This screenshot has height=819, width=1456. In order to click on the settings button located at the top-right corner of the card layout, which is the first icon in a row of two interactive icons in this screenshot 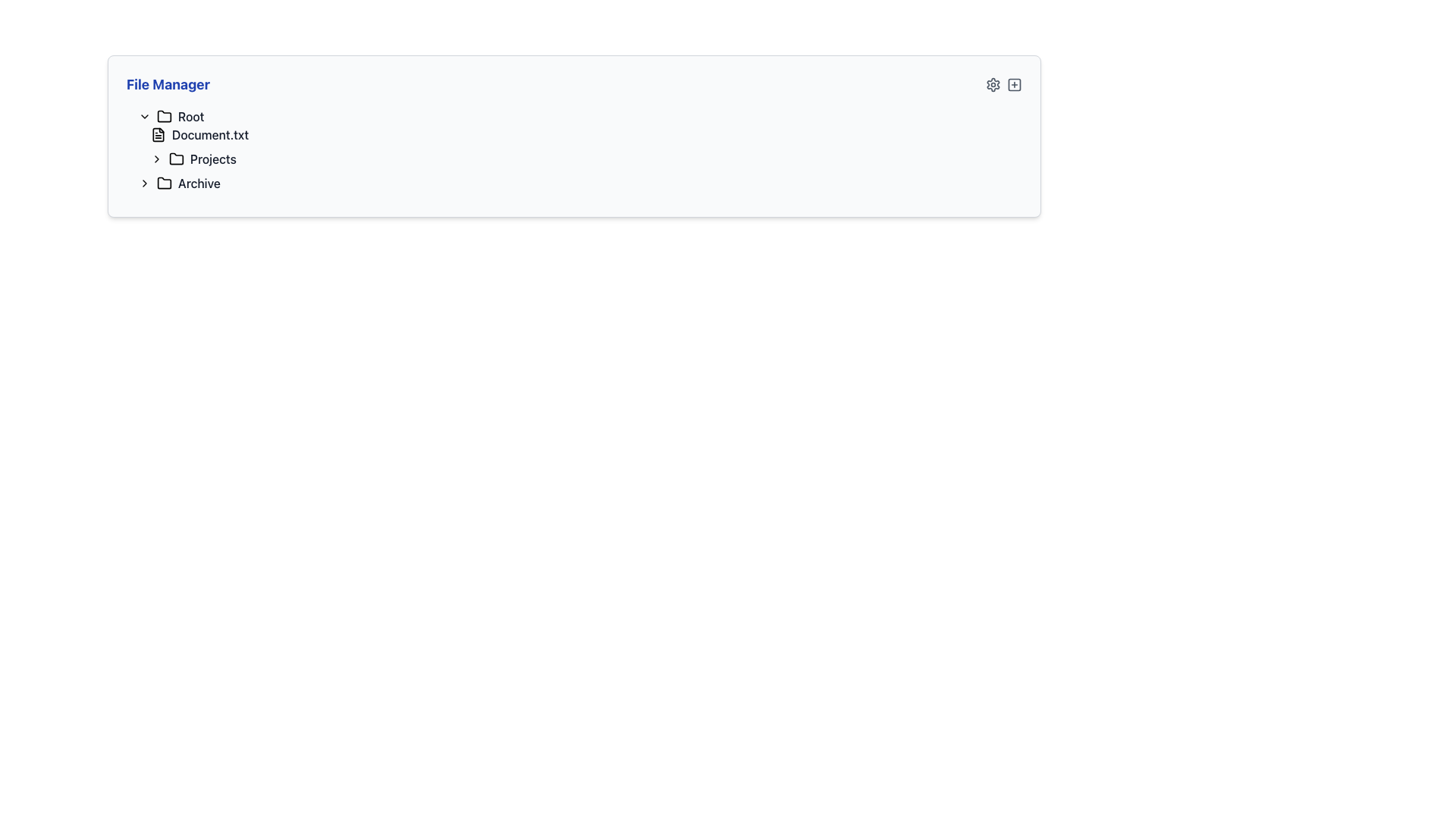, I will do `click(993, 84)`.